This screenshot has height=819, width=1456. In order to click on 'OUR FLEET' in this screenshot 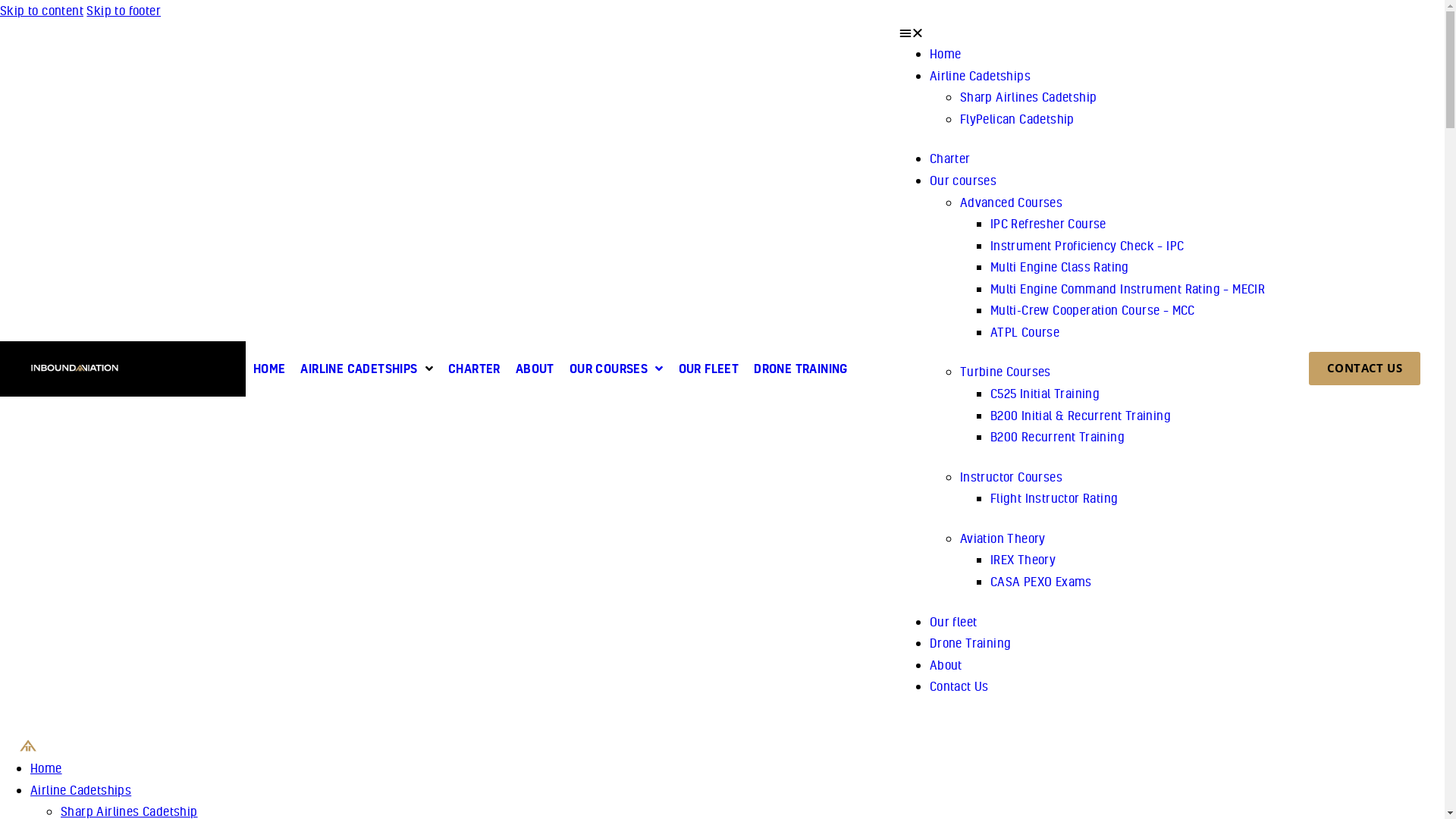, I will do `click(708, 369)`.